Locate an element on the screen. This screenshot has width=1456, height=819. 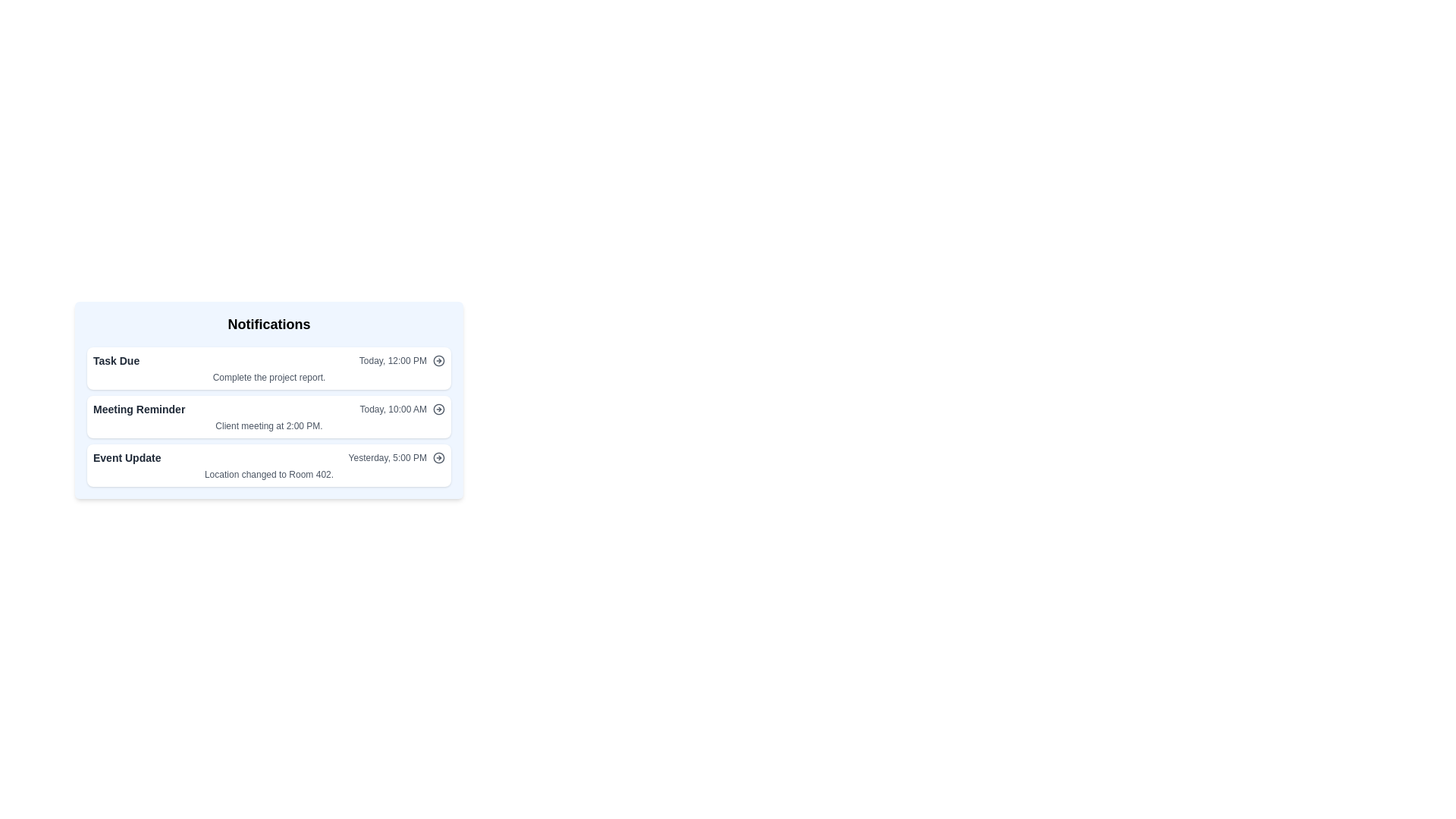
the static text label indicating the time associated with the 'Meeting Reminder' notification, located in the upper-right section of the notification area, just to the left of an arrow icon is located at coordinates (393, 409).